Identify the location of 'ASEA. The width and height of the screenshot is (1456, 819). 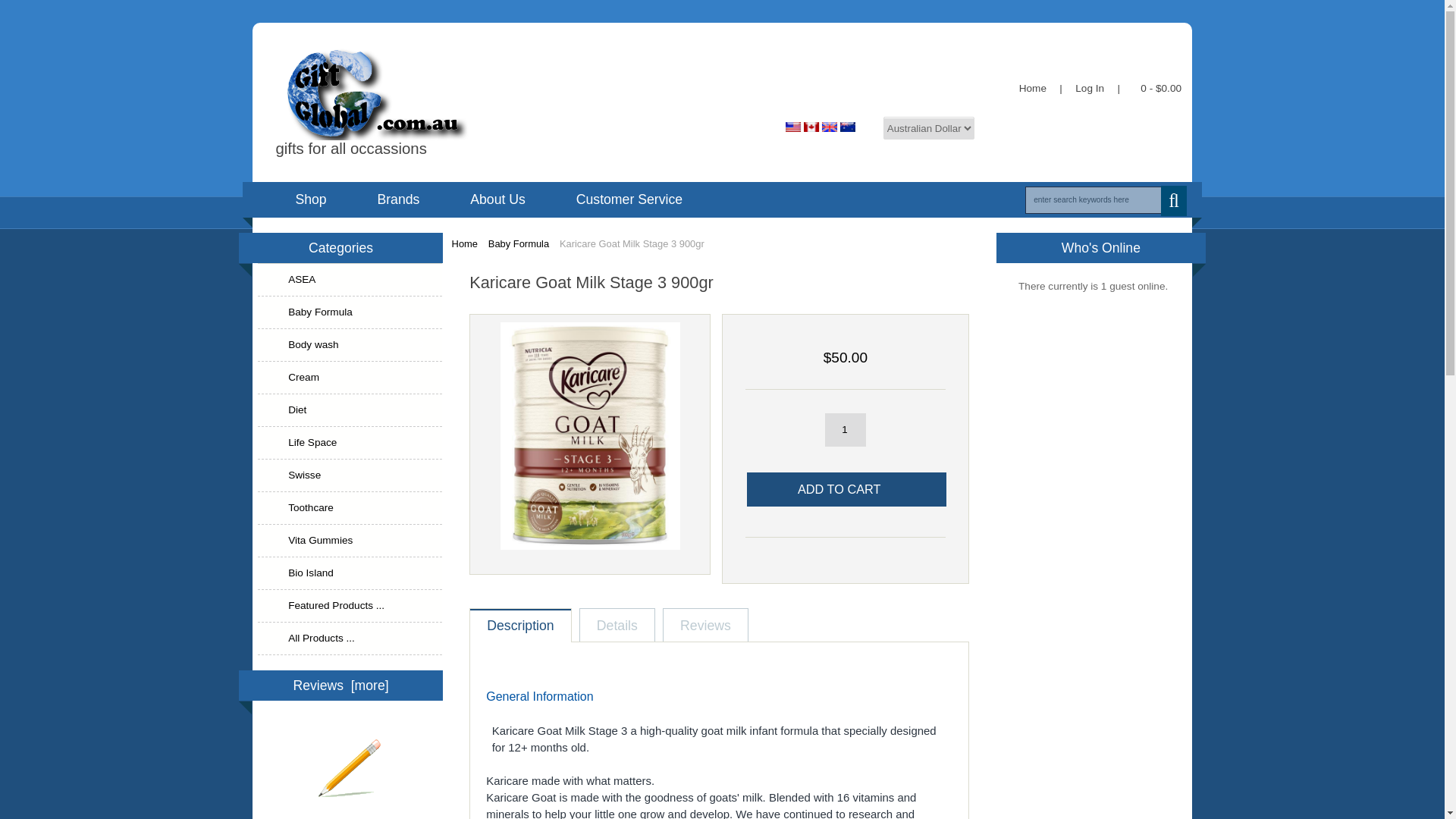
(349, 280).